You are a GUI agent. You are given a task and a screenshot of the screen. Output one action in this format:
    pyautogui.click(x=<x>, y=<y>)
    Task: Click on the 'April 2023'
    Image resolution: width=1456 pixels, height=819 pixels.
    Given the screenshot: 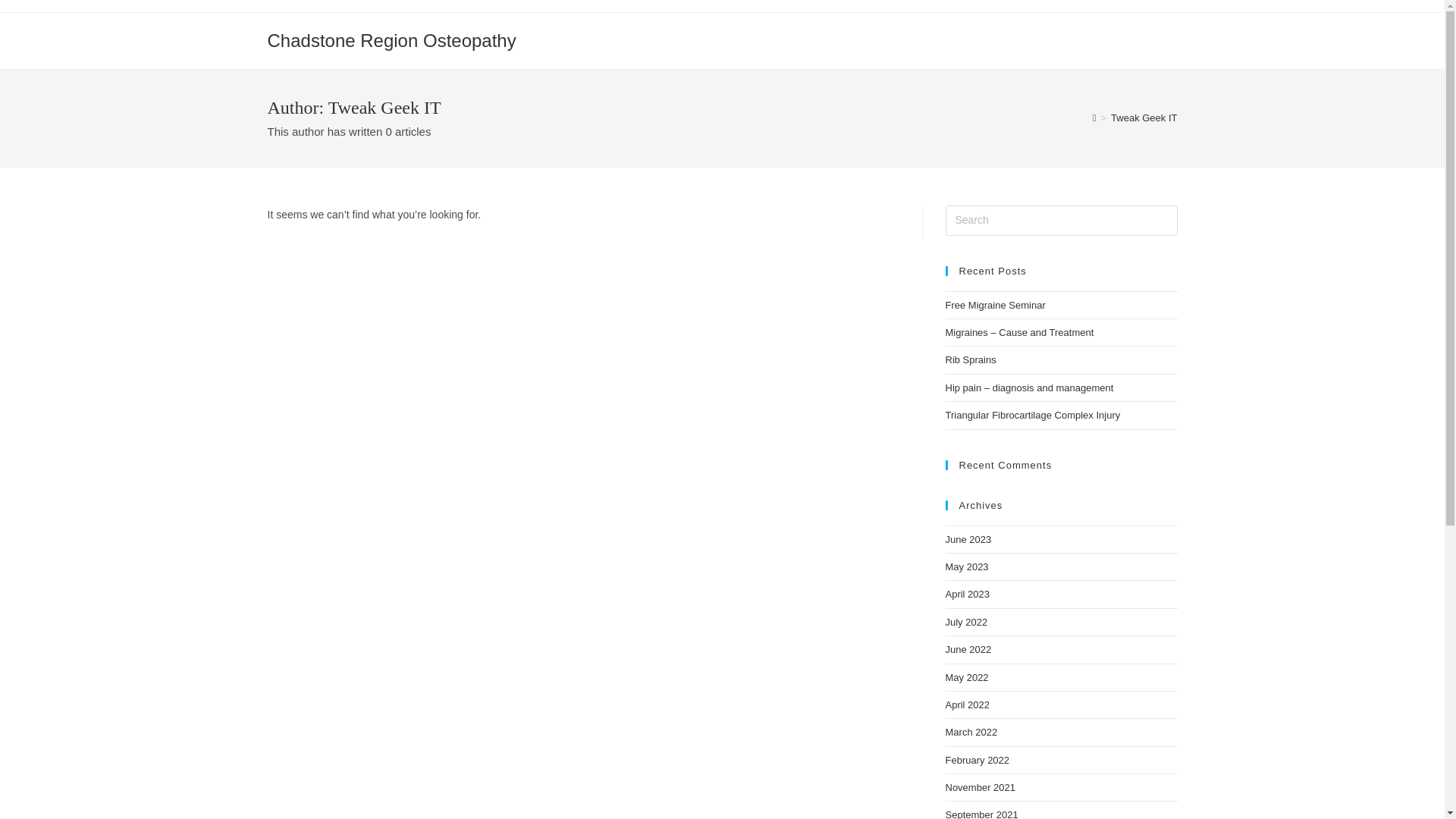 What is the action you would take?
    pyautogui.click(x=966, y=593)
    